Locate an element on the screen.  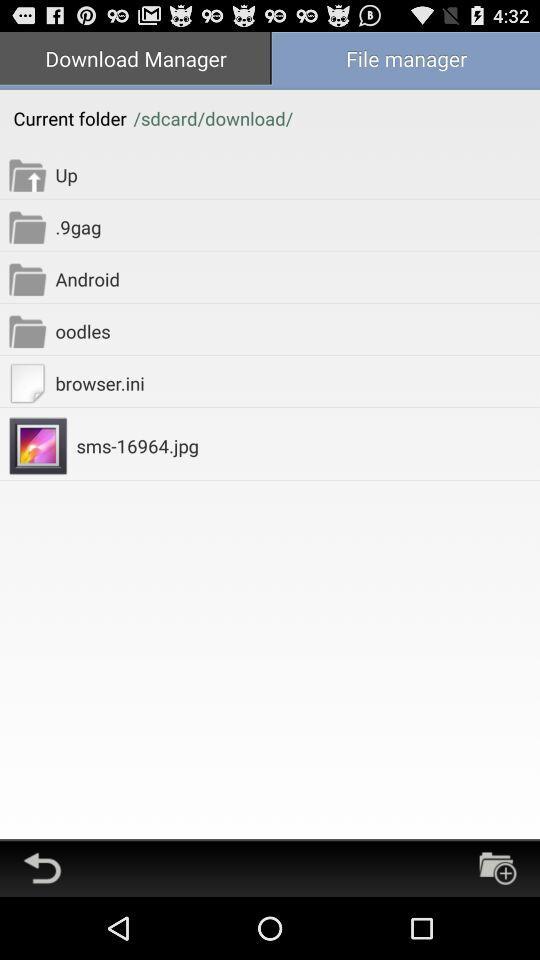
app below up item is located at coordinates (296, 226).